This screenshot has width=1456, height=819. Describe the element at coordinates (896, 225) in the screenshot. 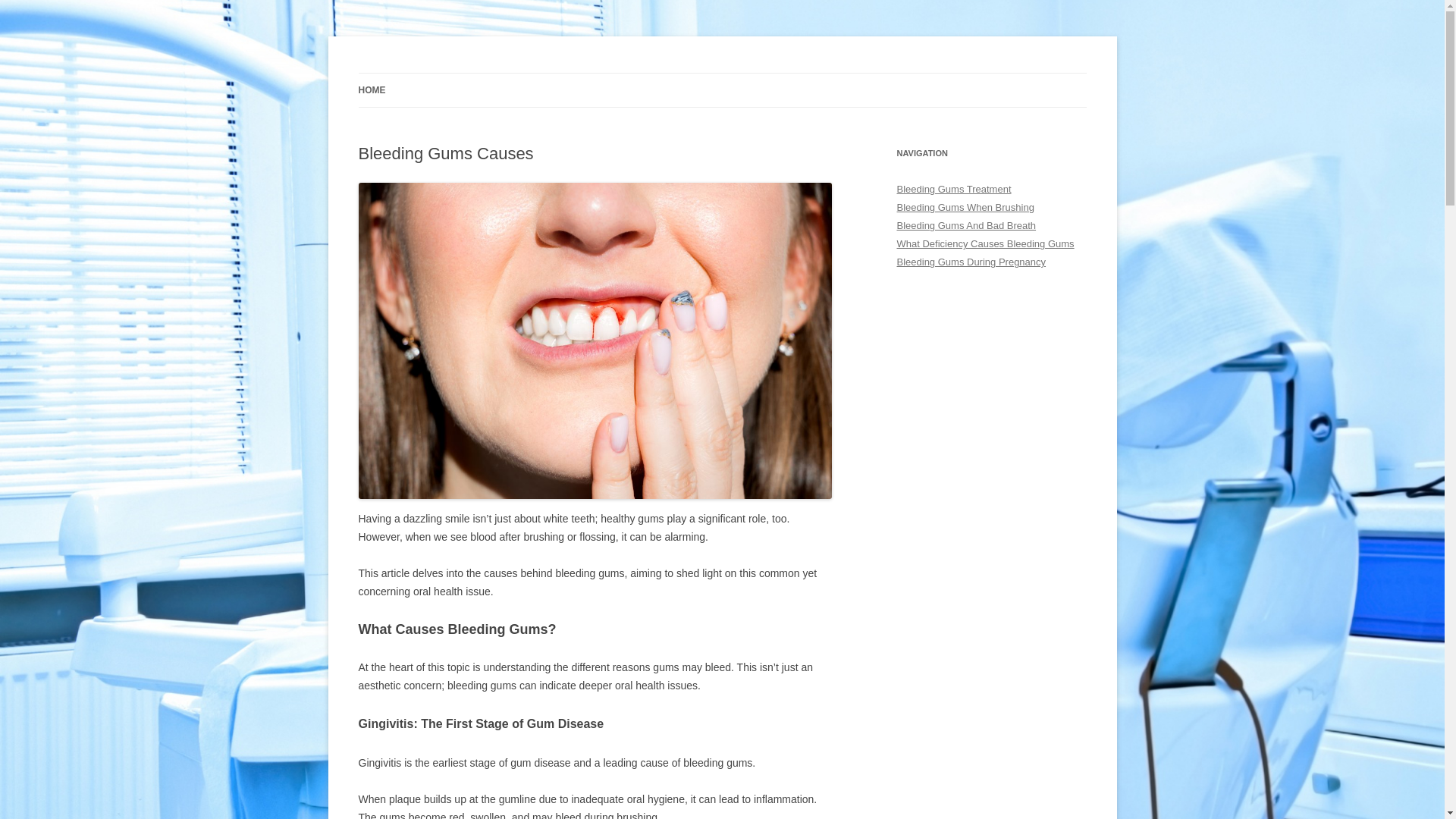

I see `'Bleeding Gums And Bad Breath'` at that location.